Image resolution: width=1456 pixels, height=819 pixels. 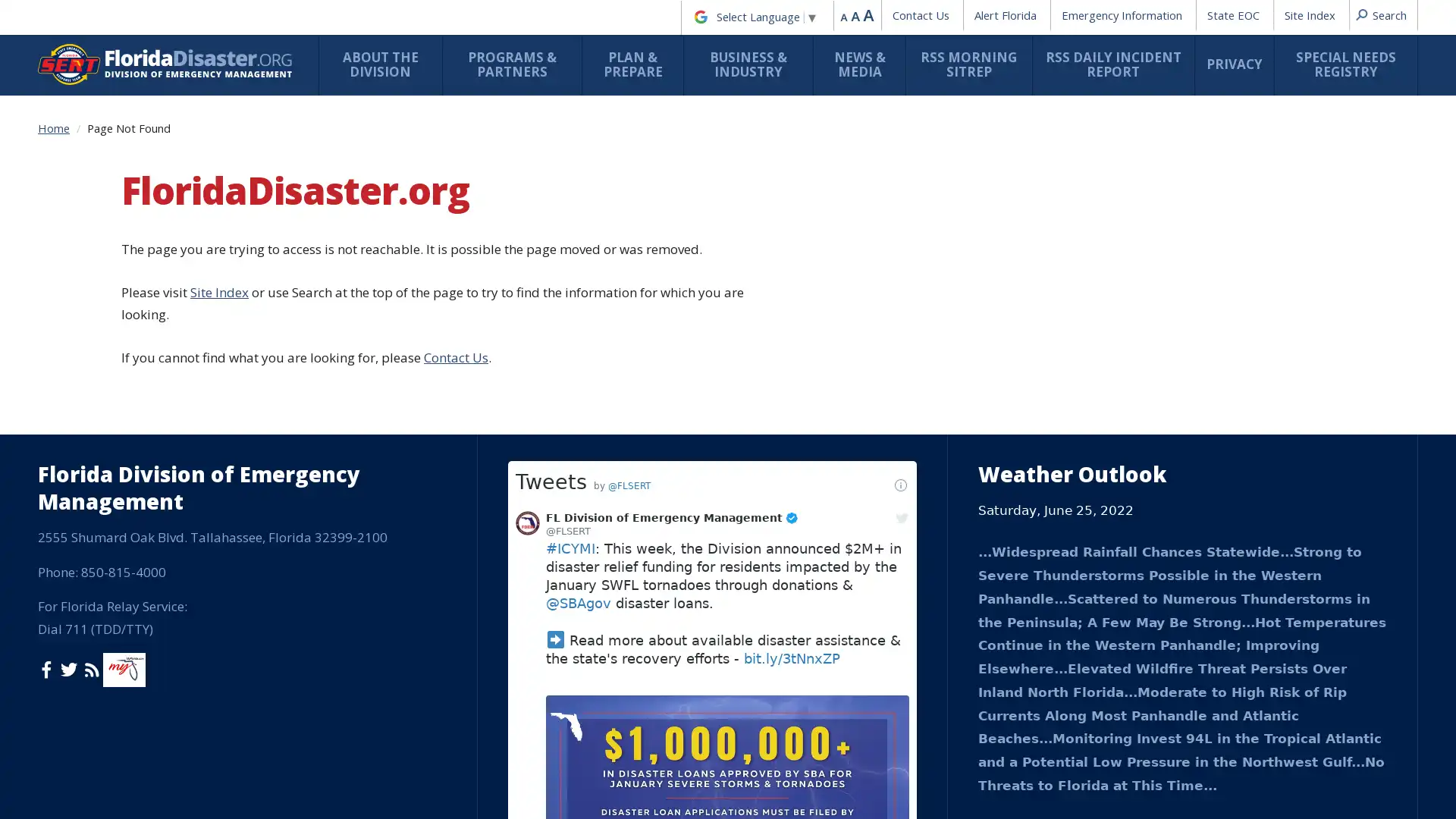 What do you see at coordinates (455, 381) in the screenshot?
I see `Toggle More` at bounding box center [455, 381].